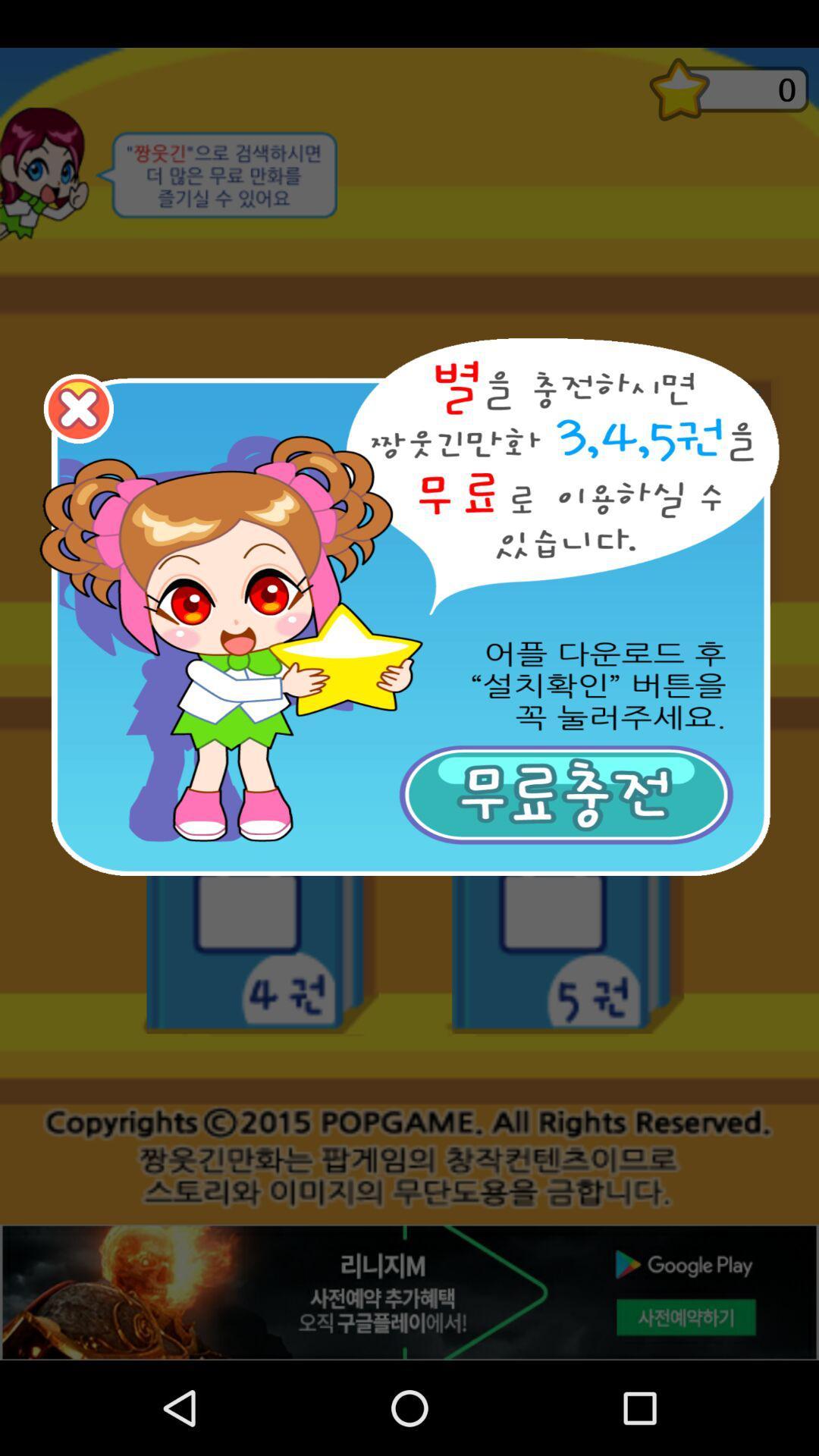 The width and height of the screenshot is (819, 1456). What do you see at coordinates (78, 409) in the screenshot?
I see `popup window` at bounding box center [78, 409].